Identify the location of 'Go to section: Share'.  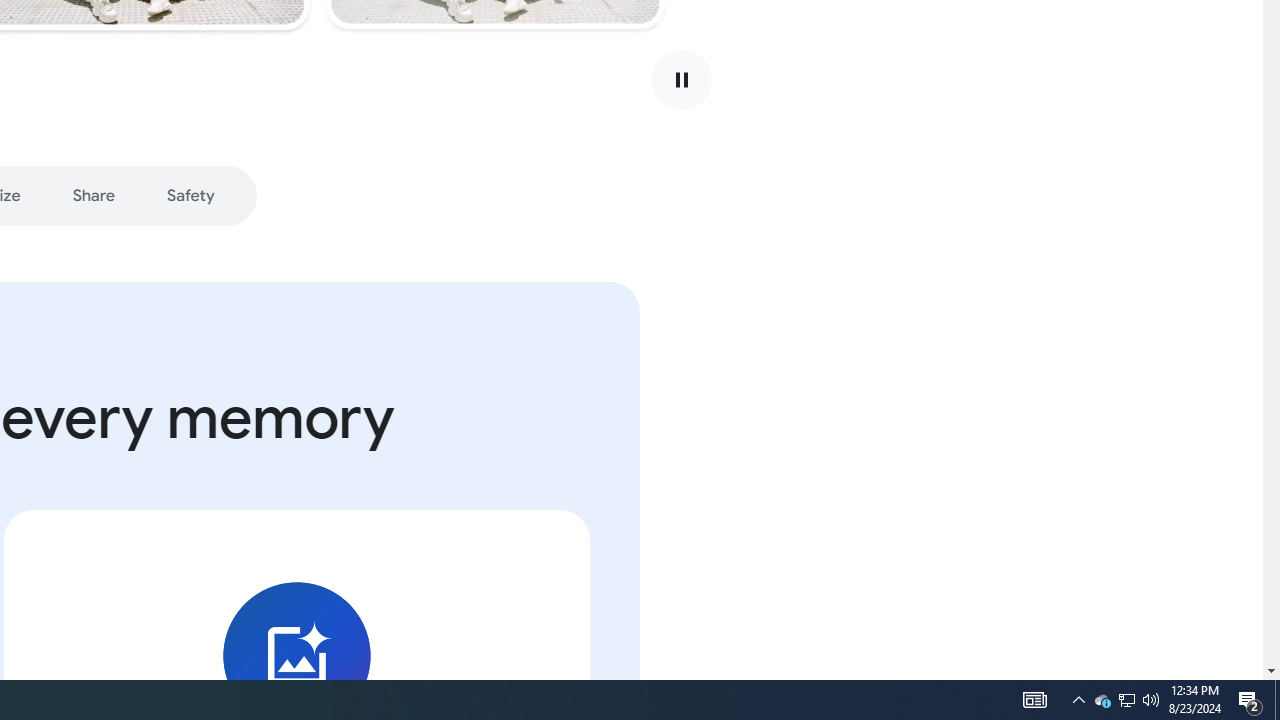
(92, 196).